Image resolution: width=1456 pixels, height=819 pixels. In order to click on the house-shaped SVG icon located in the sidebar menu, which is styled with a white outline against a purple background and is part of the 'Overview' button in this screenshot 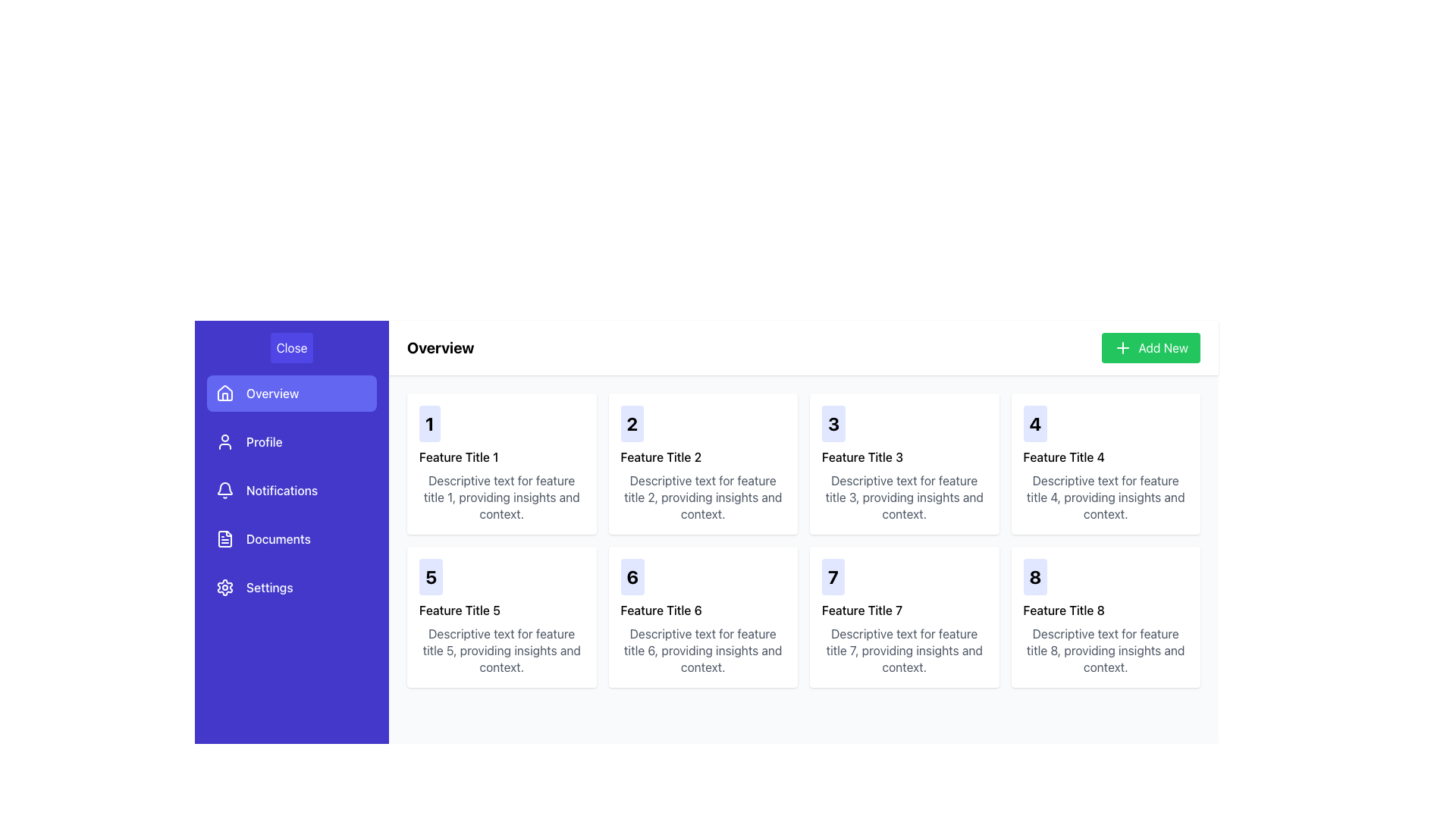, I will do `click(224, 393)`.